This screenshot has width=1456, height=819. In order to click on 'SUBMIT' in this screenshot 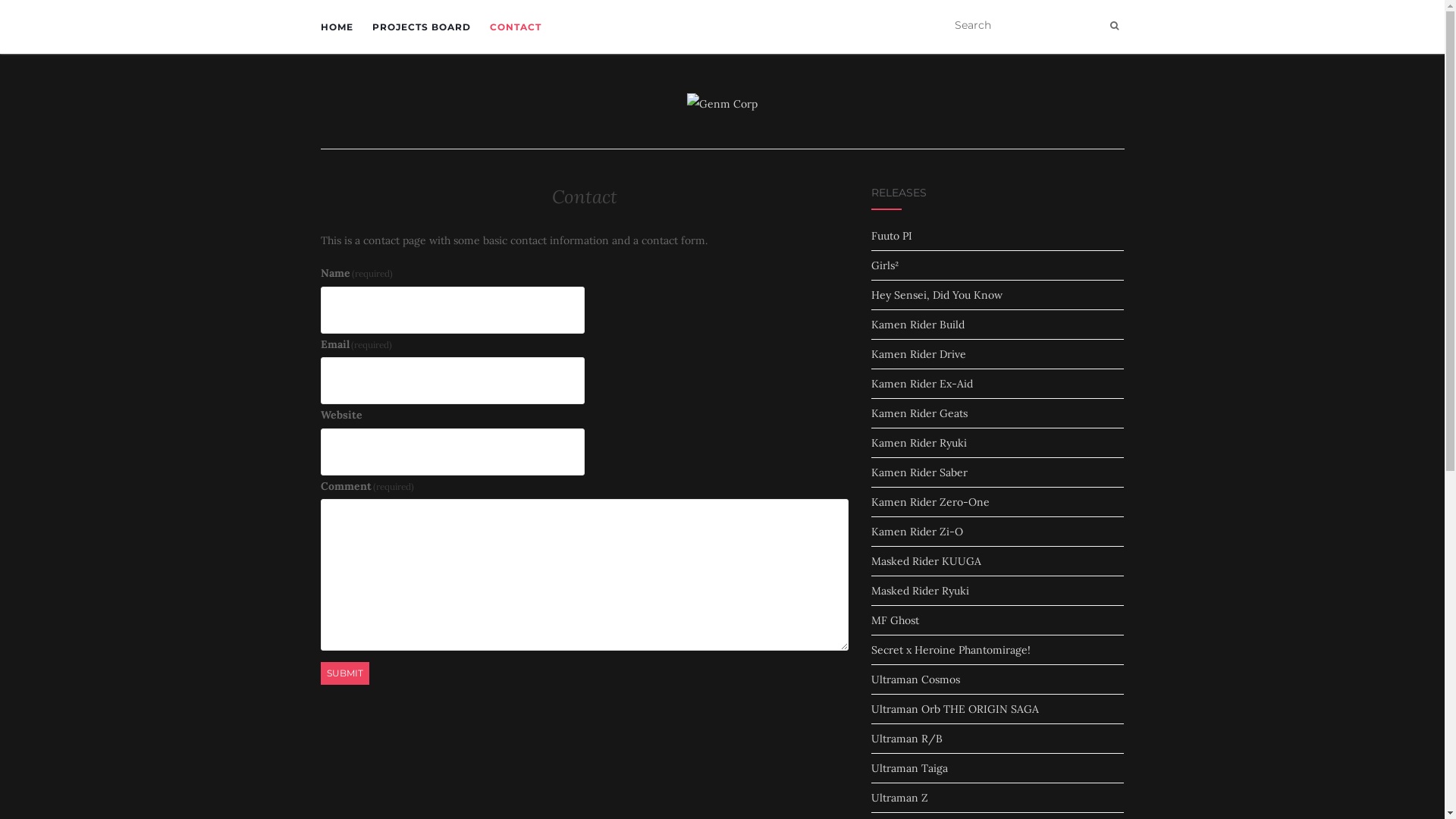, I will do `click(344, 672)`.